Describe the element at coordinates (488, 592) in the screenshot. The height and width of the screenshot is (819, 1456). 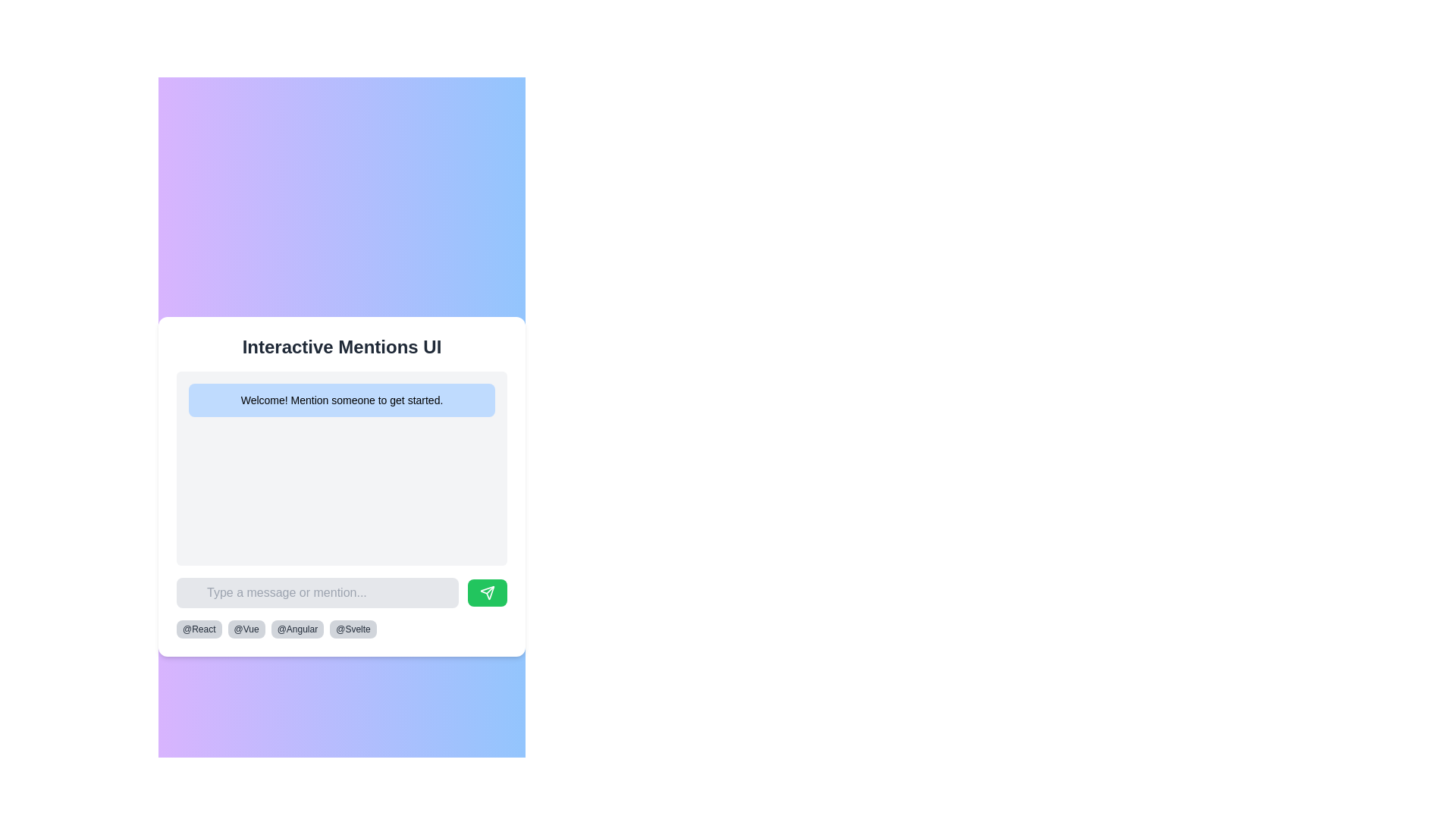
I see `the green rounded button with a white send arrow icon located at the bottom-right corner of the form interface` at that location.